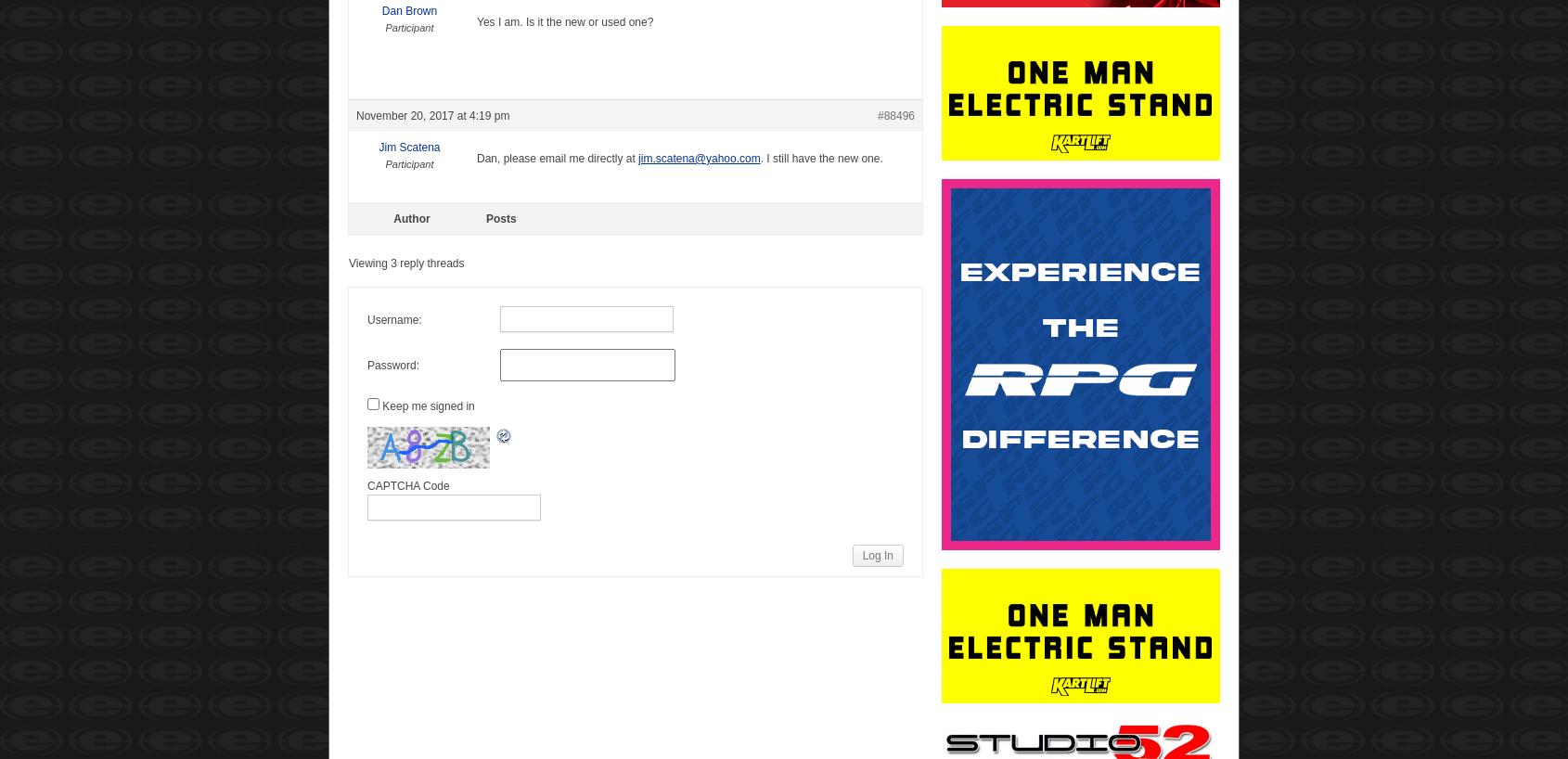 Image resolution: width=1568 pixels, height=759 pixels. I want to click on 'Dan Brown', so click(408, 8).